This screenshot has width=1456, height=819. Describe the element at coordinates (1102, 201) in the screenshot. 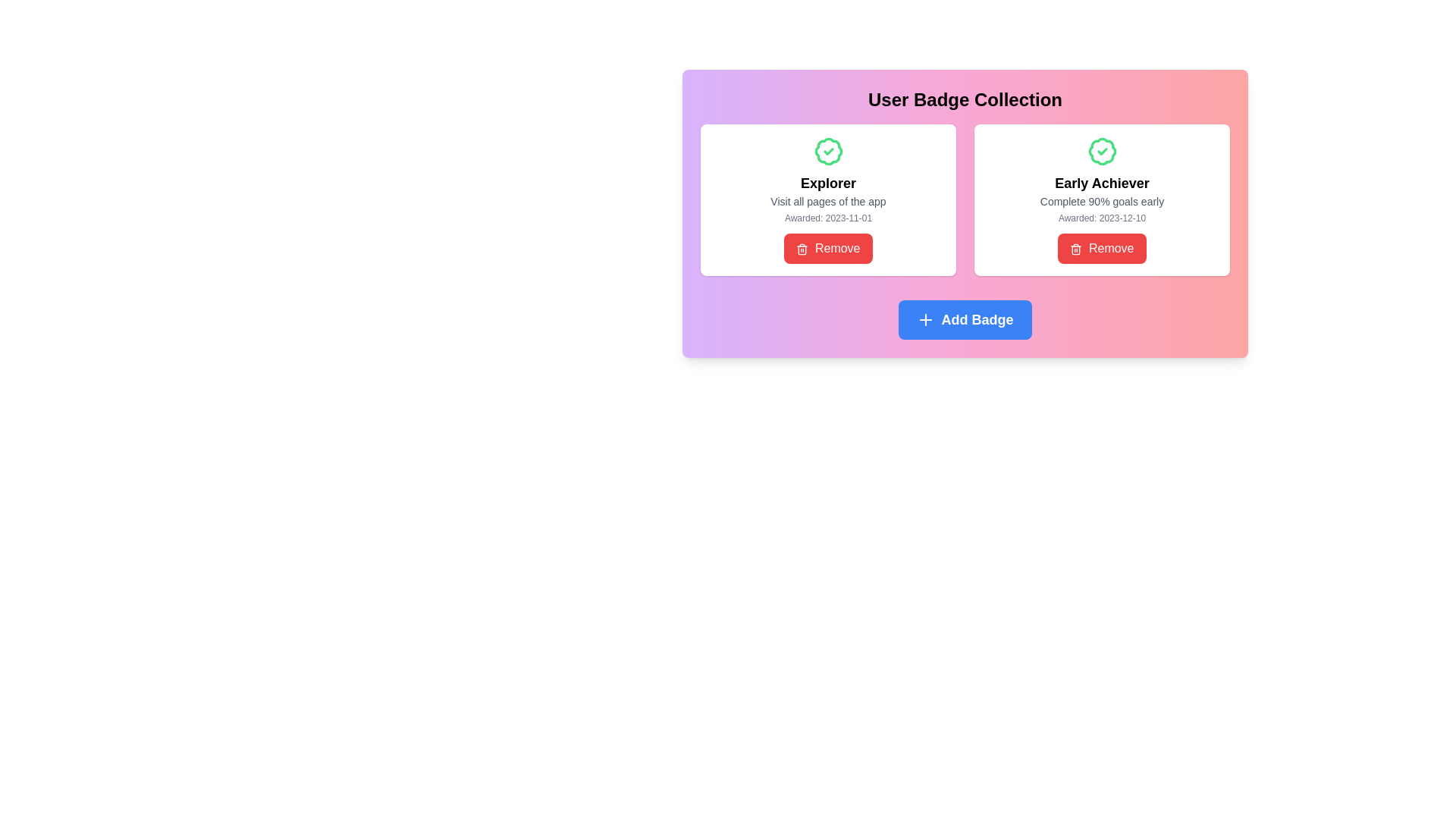

I see `the text element that states 'Complete 90% goals early', which is located beneath the 'Early Achiever' title and above the 'Remove' button in the 'User Badge Collection' section` at that location.